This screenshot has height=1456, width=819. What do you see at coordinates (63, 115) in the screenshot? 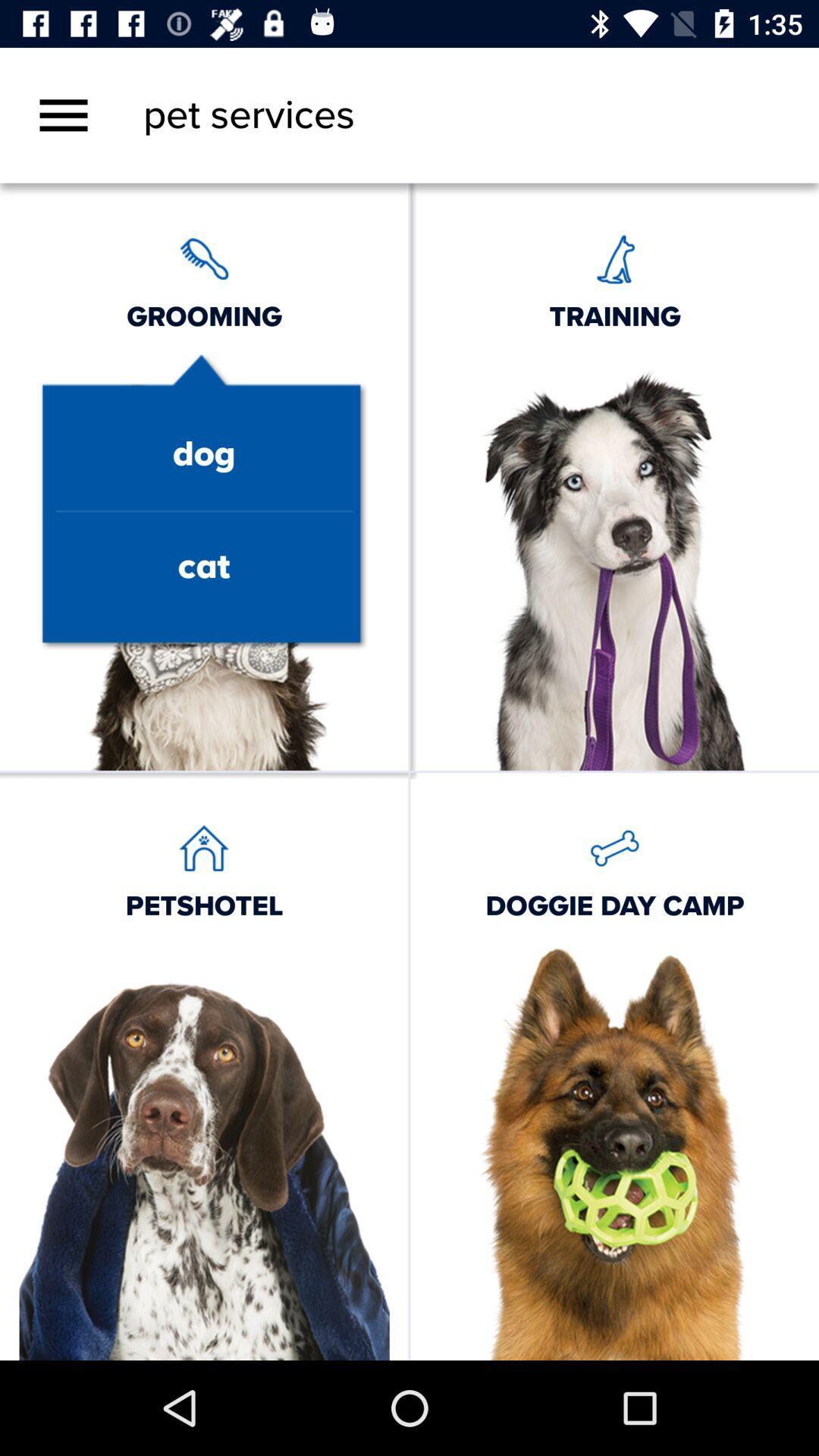
I see `the icon above grooming item` at bounding box center [63, 115].